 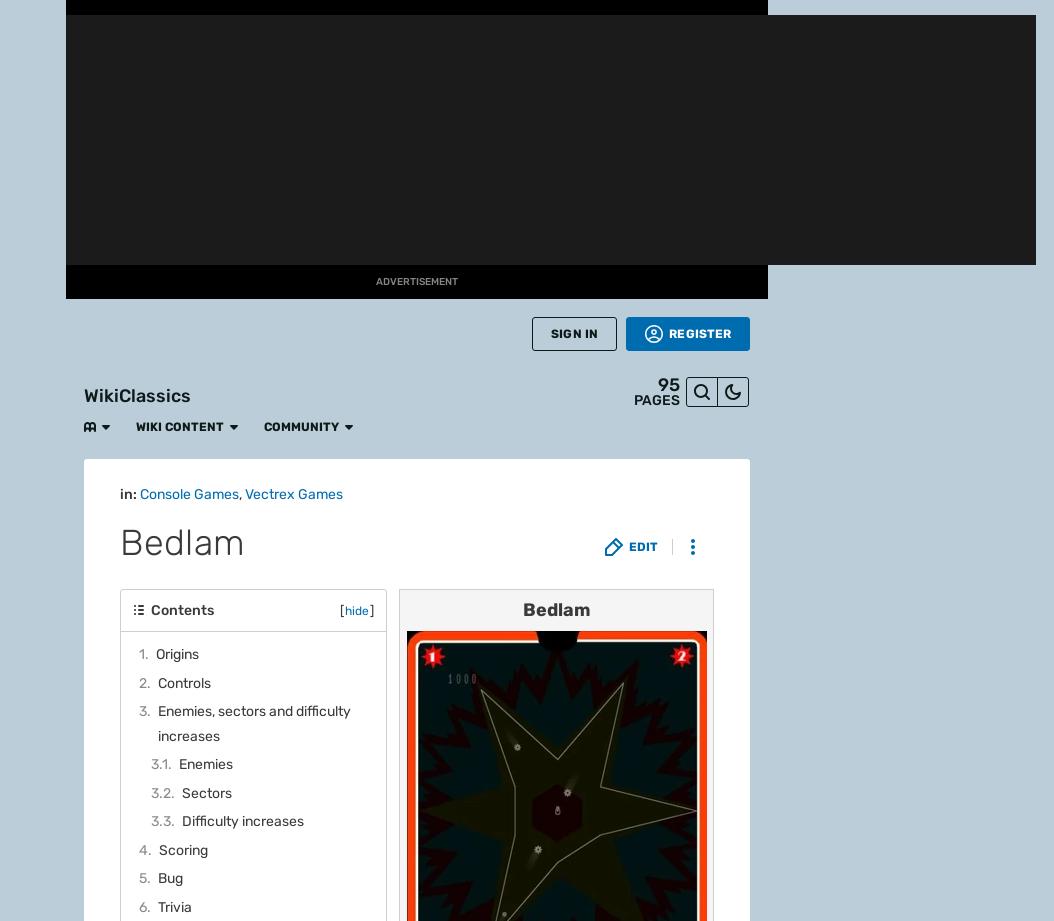 I want to click on 'Anime', so click(x=32, y=357).